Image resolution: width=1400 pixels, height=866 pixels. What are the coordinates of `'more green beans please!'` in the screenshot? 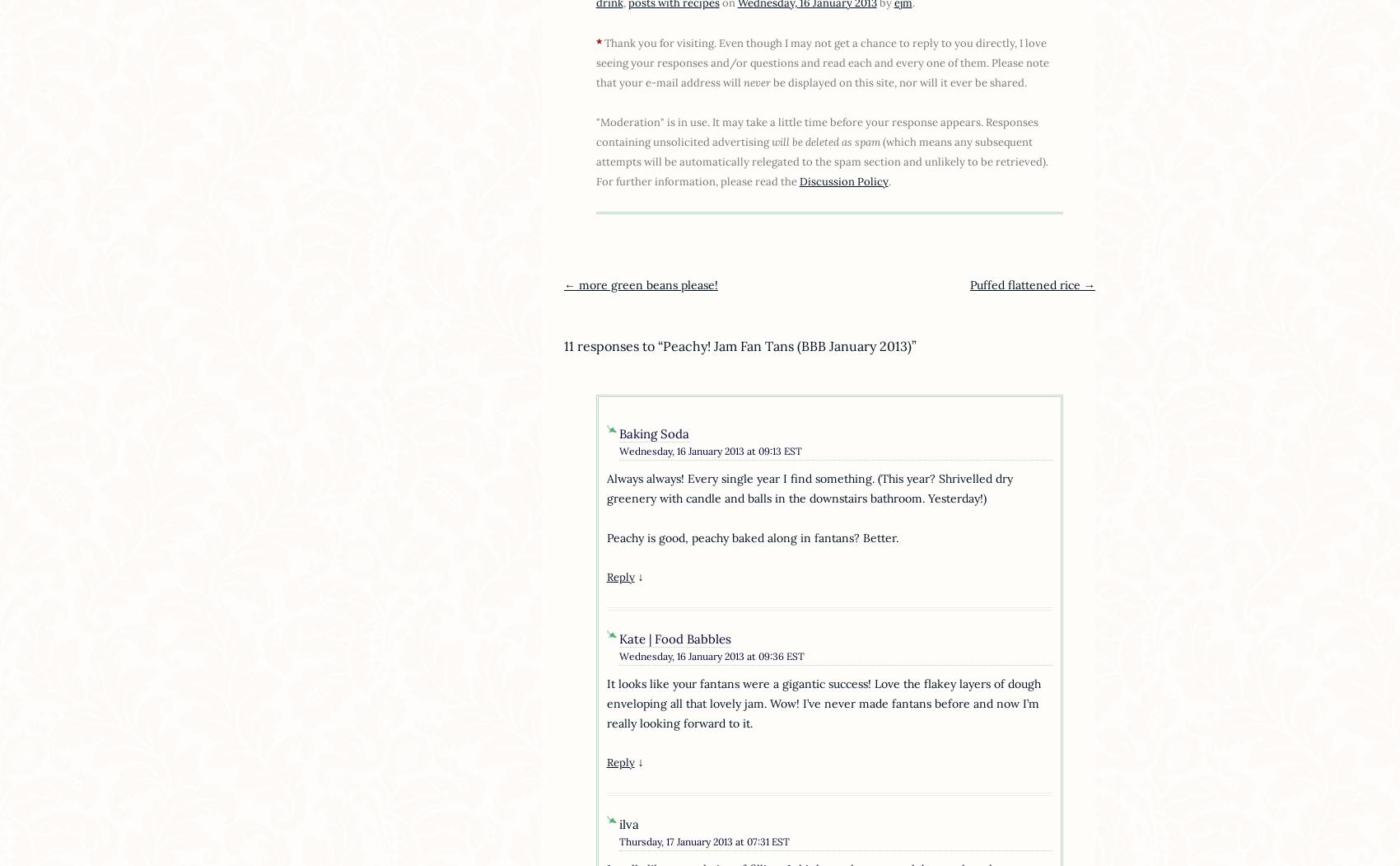 It's located at (645, 284).